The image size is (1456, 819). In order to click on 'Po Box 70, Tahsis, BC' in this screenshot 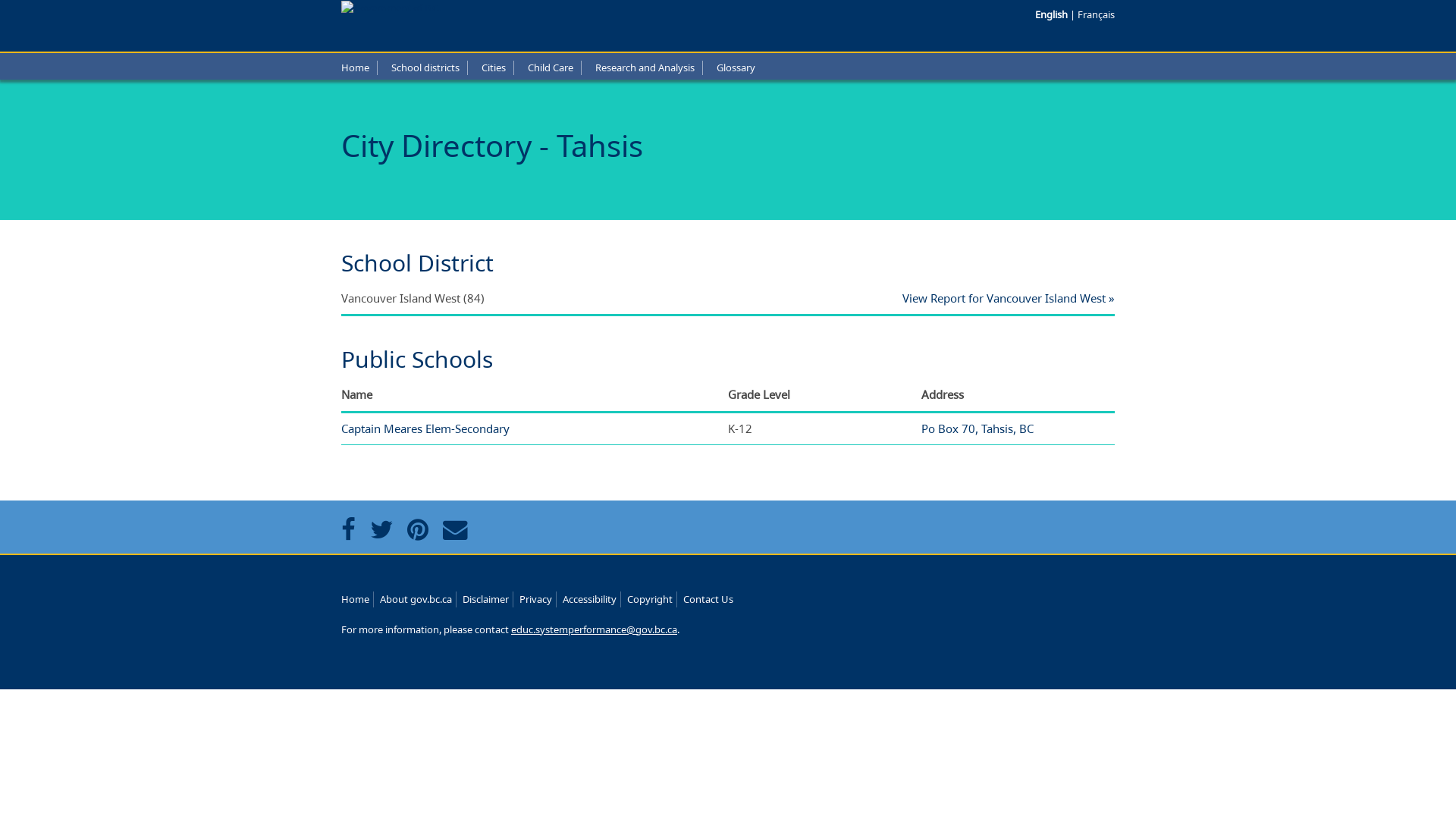, I will do `click(977, 428)`.